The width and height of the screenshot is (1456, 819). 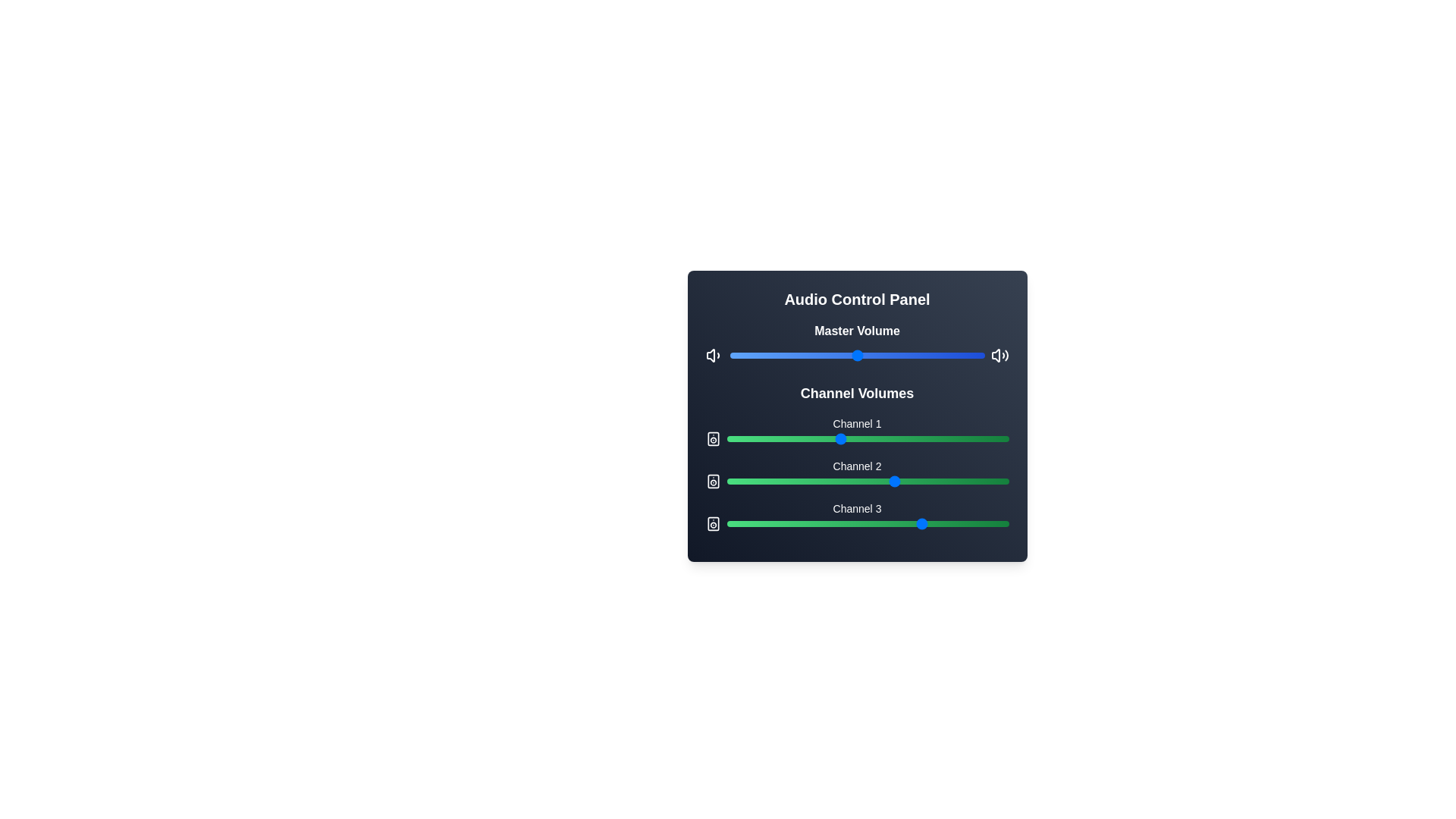 What do you see at coordinates (853, 438) in the screenshot?
I see `the 'Channel 1' volume` at bounding box center [853, 438].